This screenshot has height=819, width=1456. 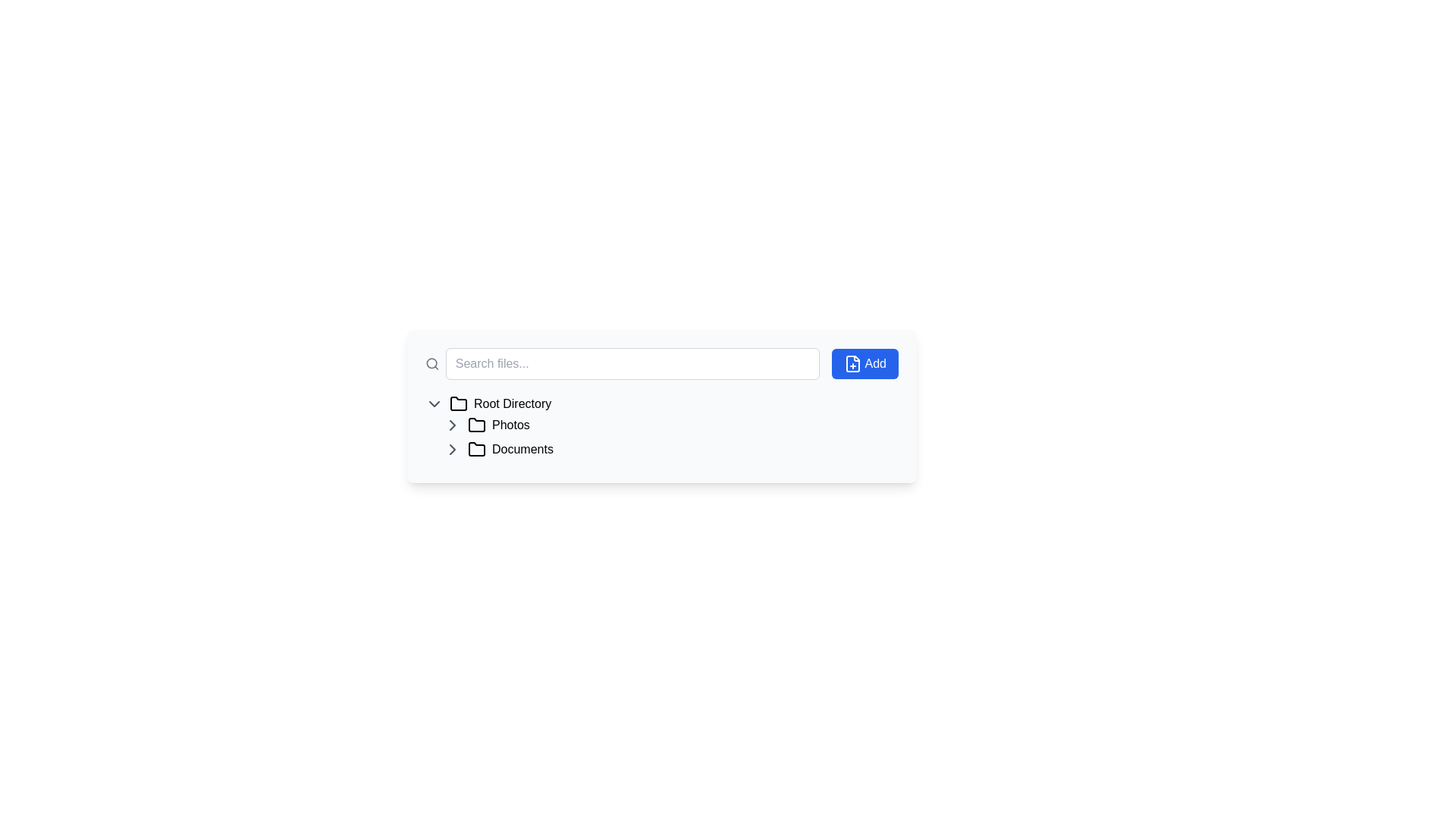 I want to click on the 'Documents' folder, so click(x=670, y=449).